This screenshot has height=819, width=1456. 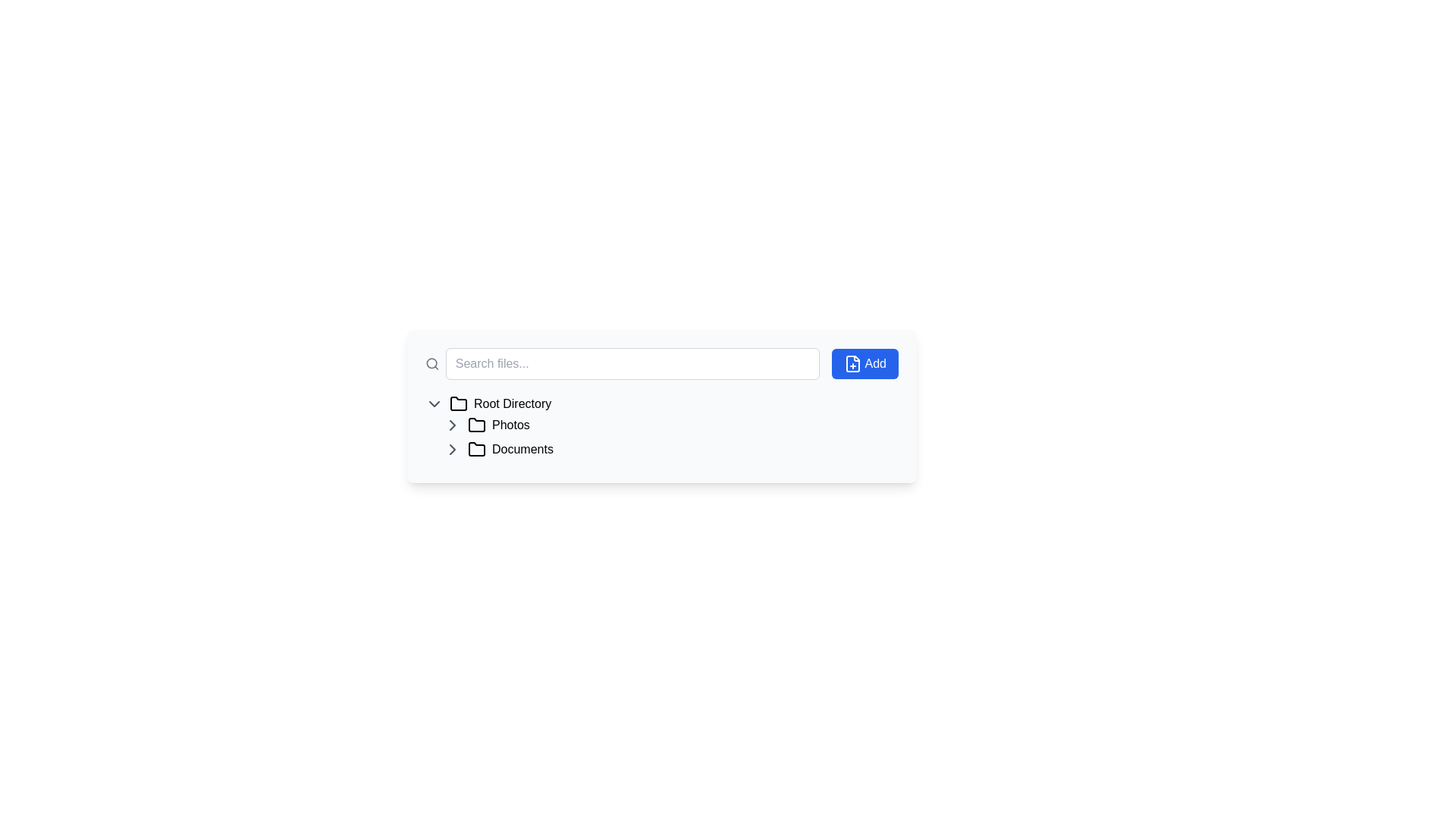 I want to click on the 'Documents' folder, so click(x=670, y=449).